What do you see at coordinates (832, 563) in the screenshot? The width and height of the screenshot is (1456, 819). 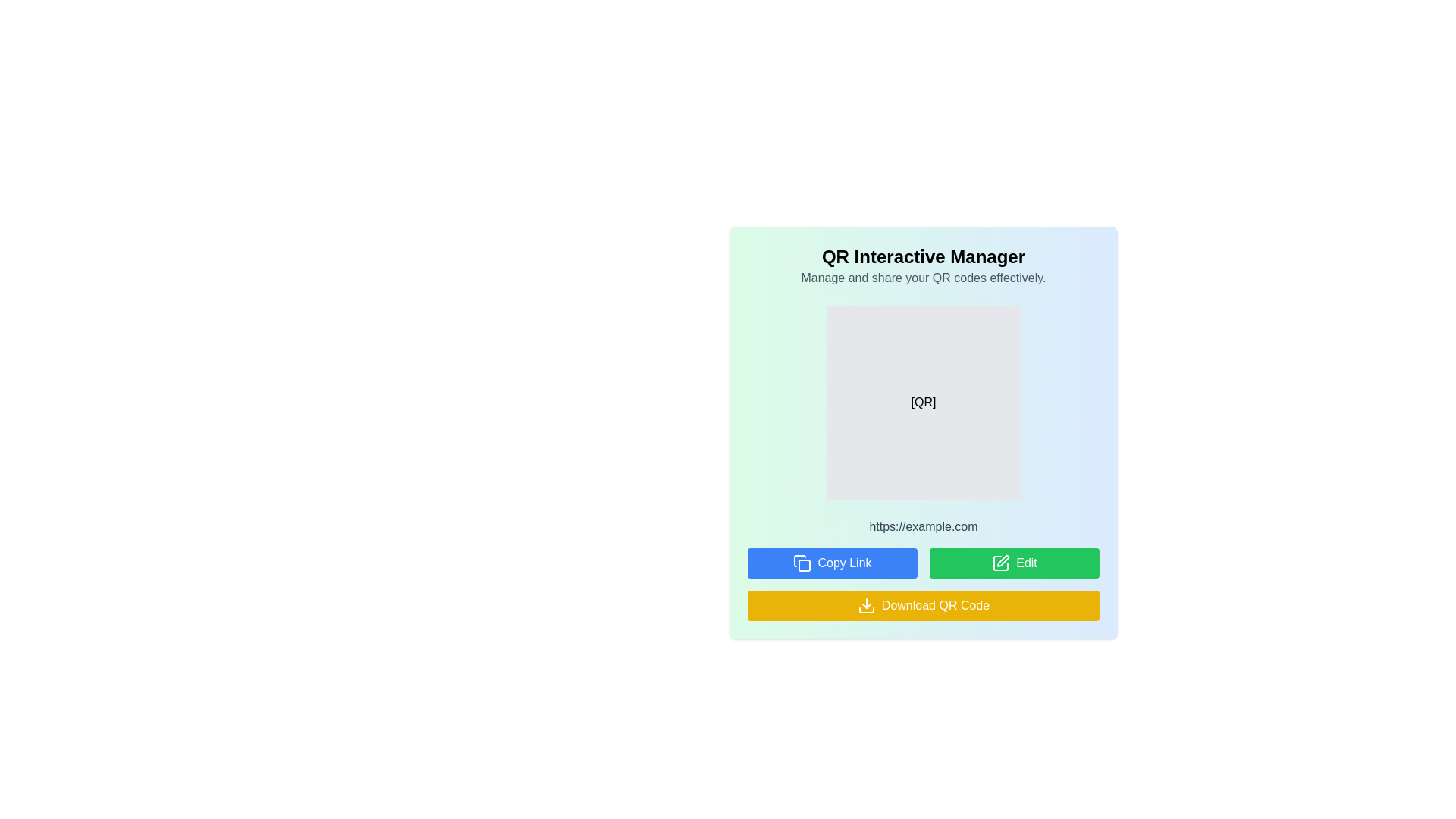 I see `the 'Copy Link' button, which has a blue background, rounded corners, and displays white text with a clipboard icon, to change its color` at bounding box center [832, 563].